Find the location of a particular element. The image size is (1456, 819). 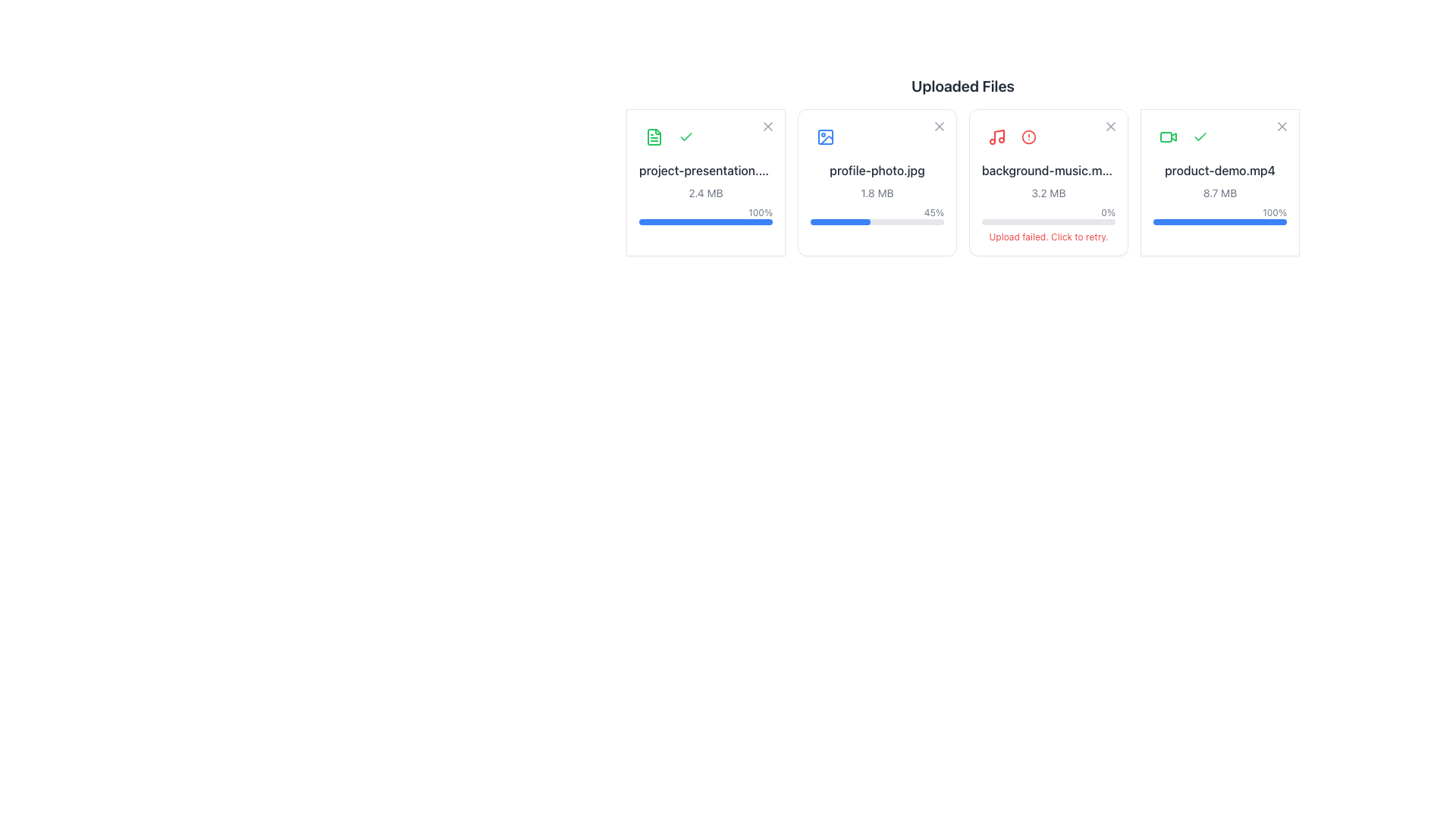

the text label that displays the file size (2.4 MB), which is centrally aligned below the file name and above the progress percentage and status bar is located at coordinates (705, 192).